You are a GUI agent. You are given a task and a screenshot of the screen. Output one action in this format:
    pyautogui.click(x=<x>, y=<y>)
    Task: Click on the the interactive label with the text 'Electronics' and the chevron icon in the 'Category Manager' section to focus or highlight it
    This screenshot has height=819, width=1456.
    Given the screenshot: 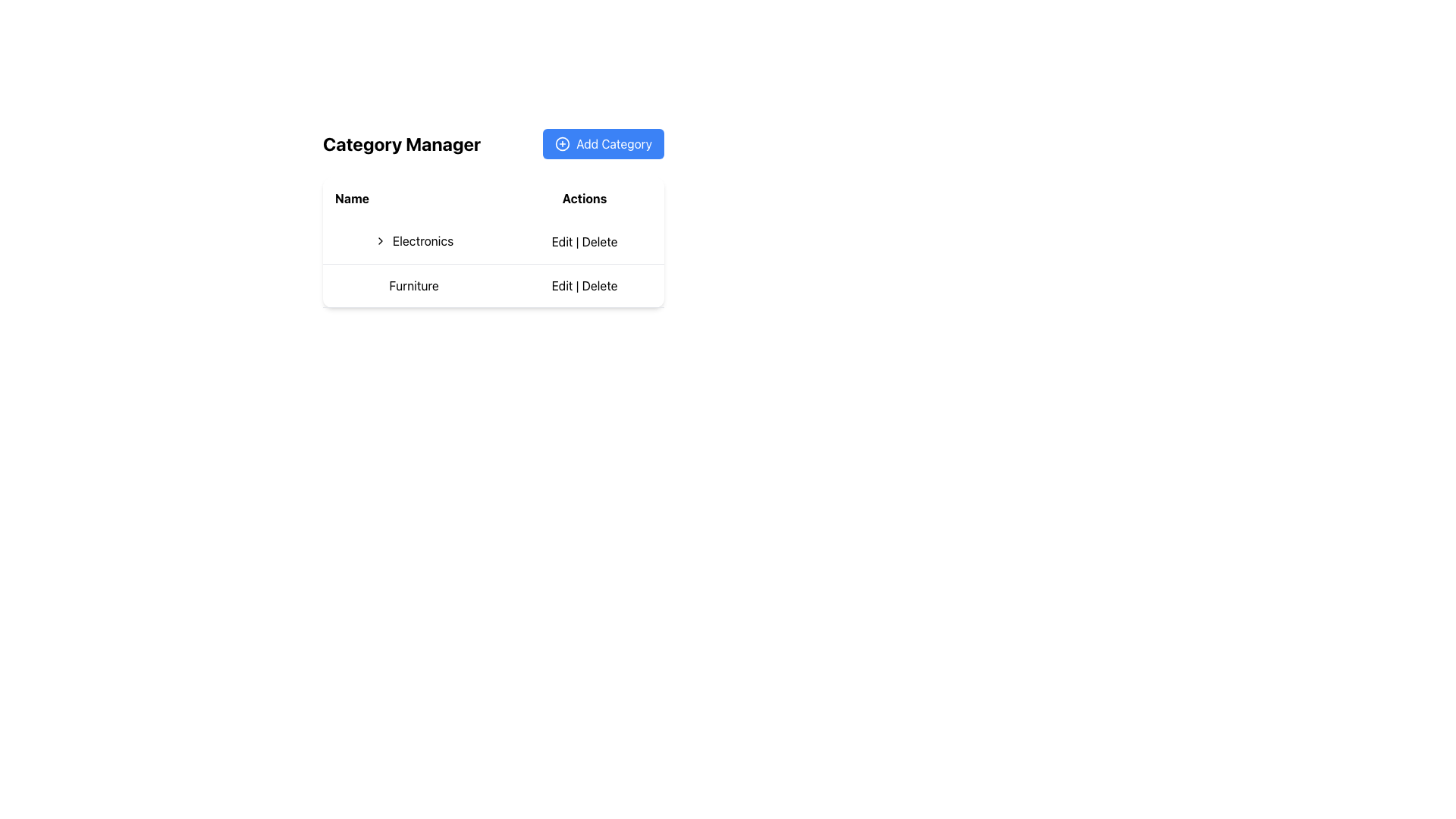 What is the action you would take?
    pyautogui.click(x=414, y=240)
    